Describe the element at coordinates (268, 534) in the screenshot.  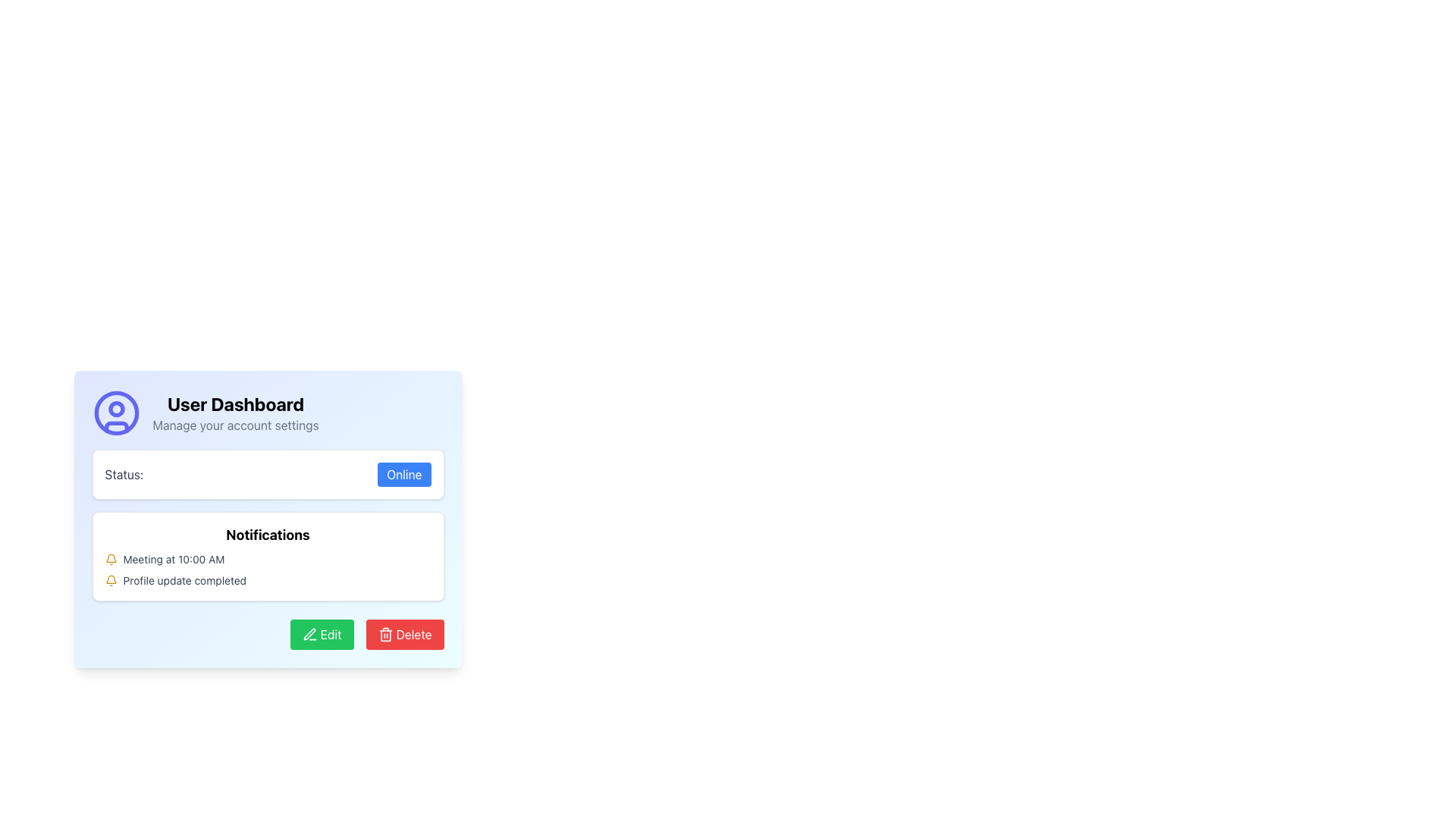
I see `the bold black text label reading 'Notifications' which is positioned at the top of the notifications section` at that location.